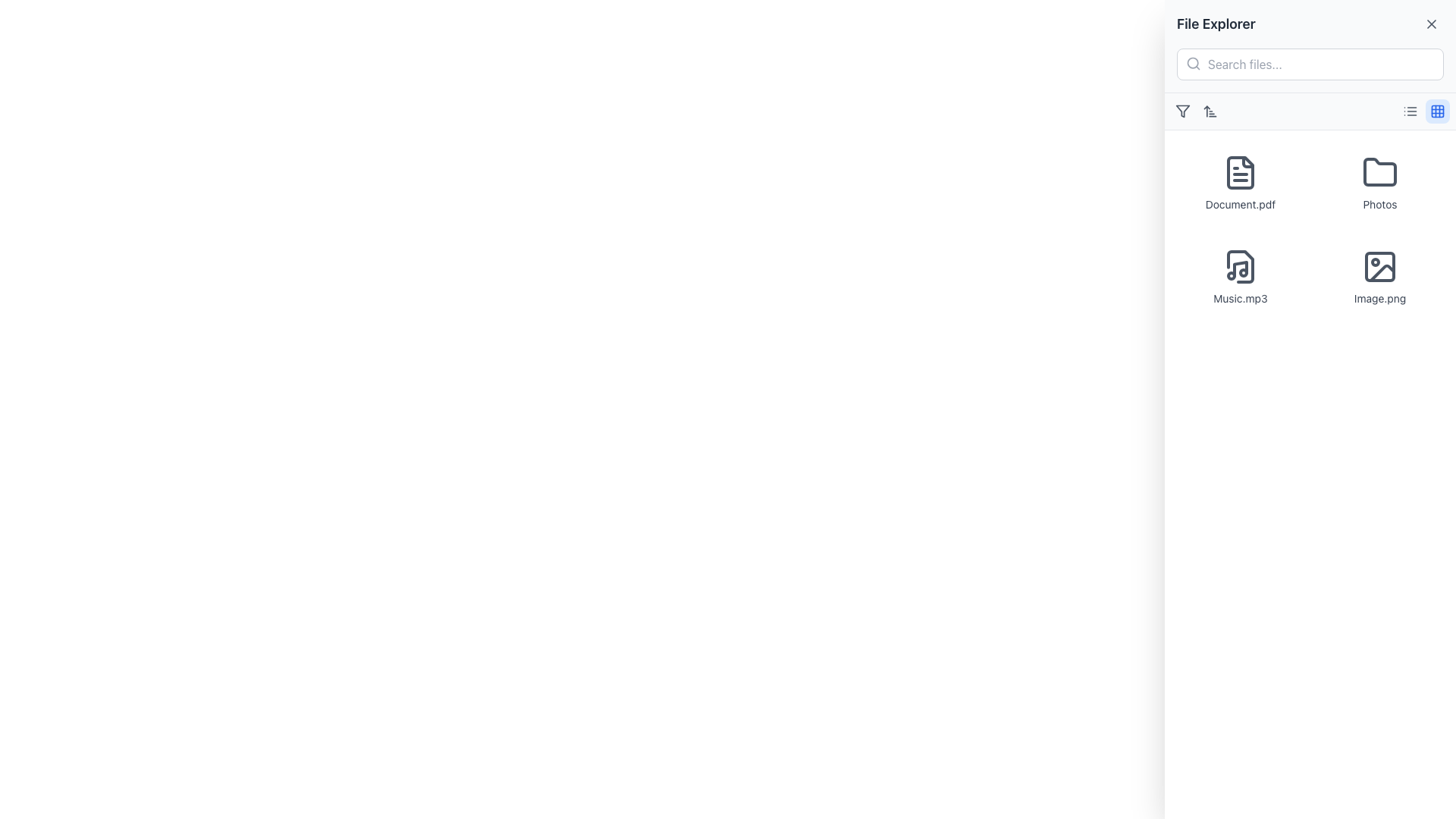 The height and width of the screenshot is (819, 1456). What do you see at coordinates (1437, 110) in the screenshot?
I see `the small blue icon button with a grid-like layout located in the top-right section of the interface` at bounding box center [1437, 110].